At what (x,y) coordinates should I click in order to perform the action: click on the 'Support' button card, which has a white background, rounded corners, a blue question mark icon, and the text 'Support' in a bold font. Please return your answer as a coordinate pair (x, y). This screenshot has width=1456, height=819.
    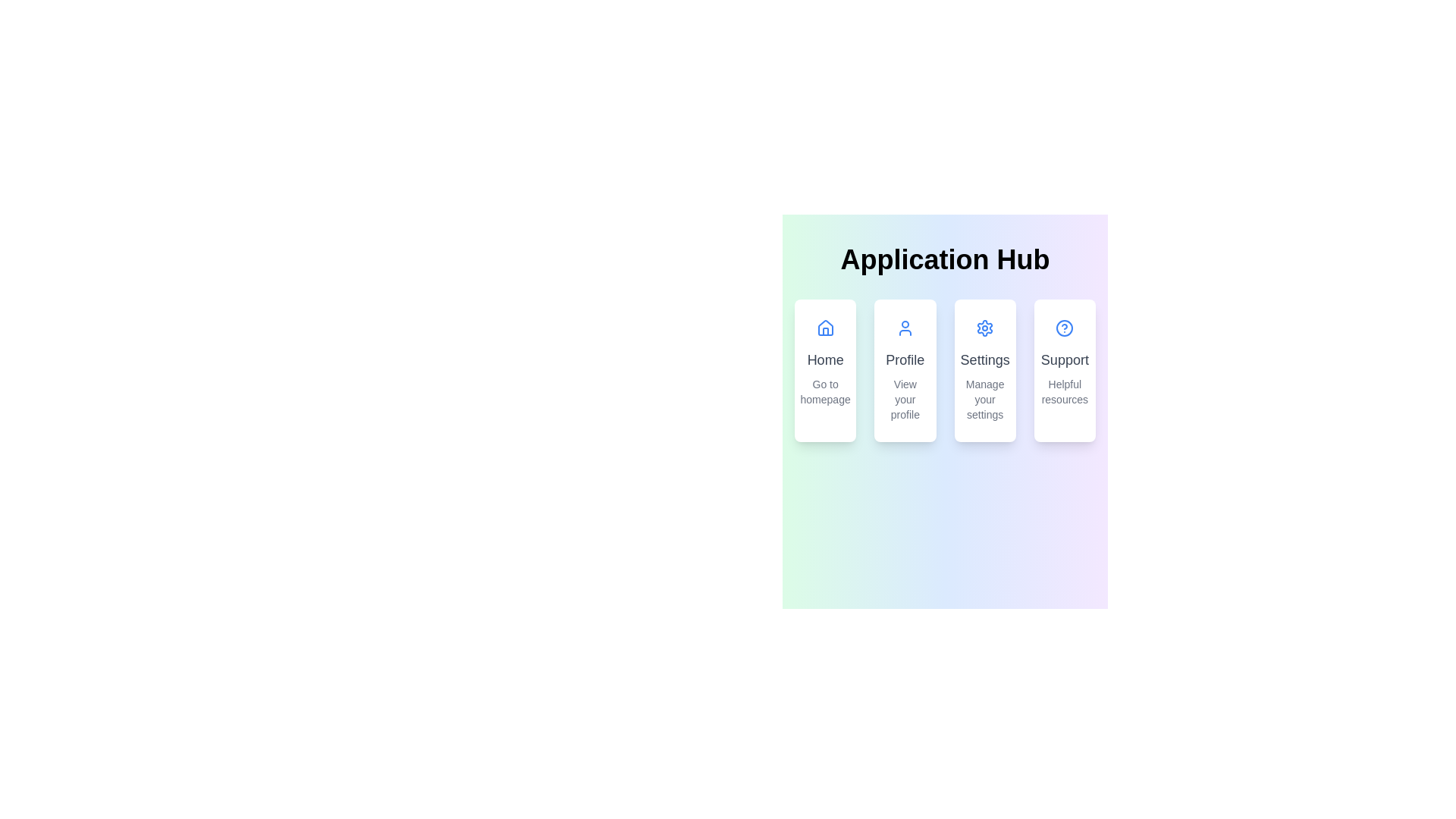
    Looking at the image, I should click on (1064, 371).